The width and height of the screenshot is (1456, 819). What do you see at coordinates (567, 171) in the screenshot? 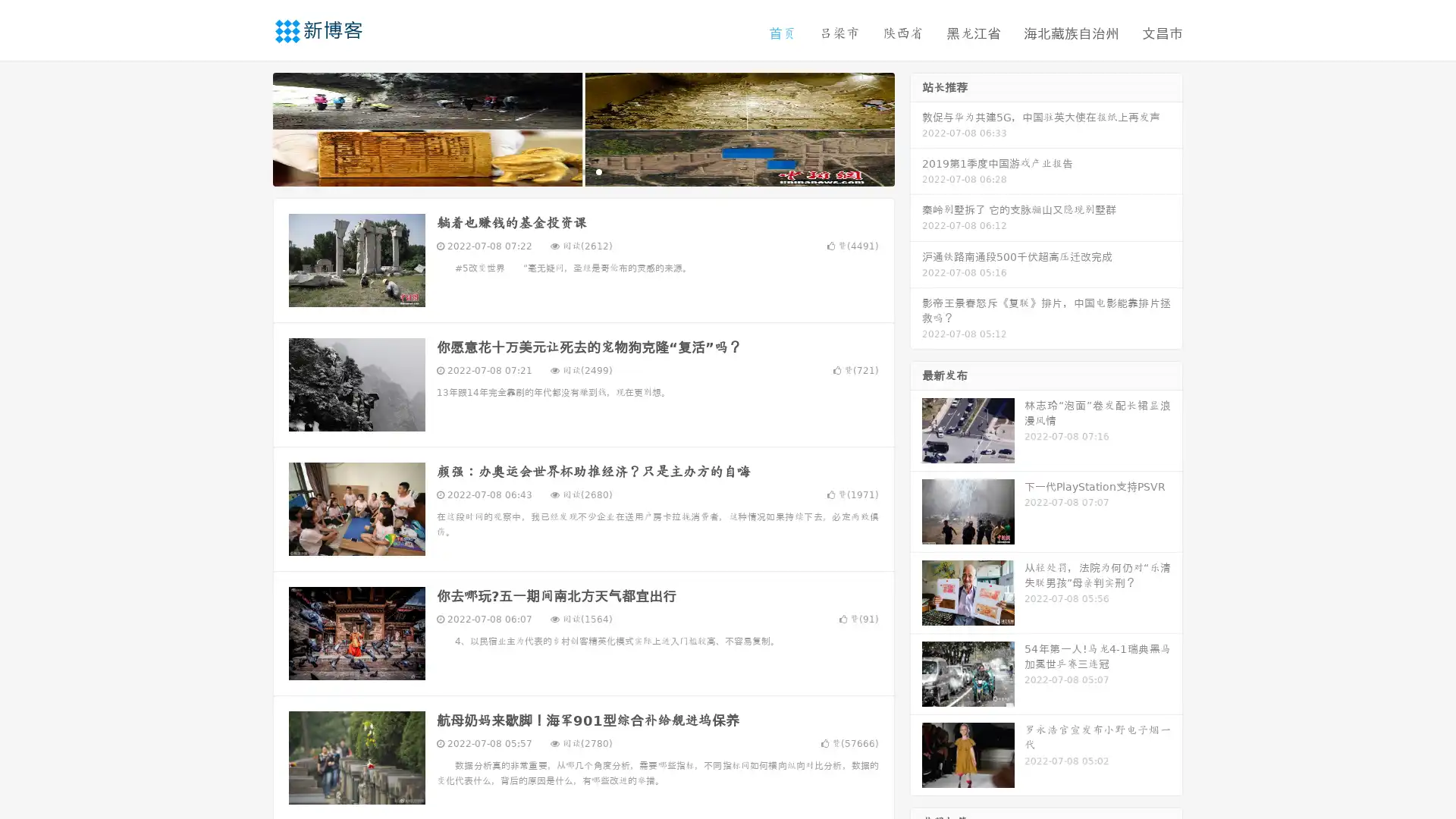
I see `Go to slide 1` at bounding box center [567, 171].